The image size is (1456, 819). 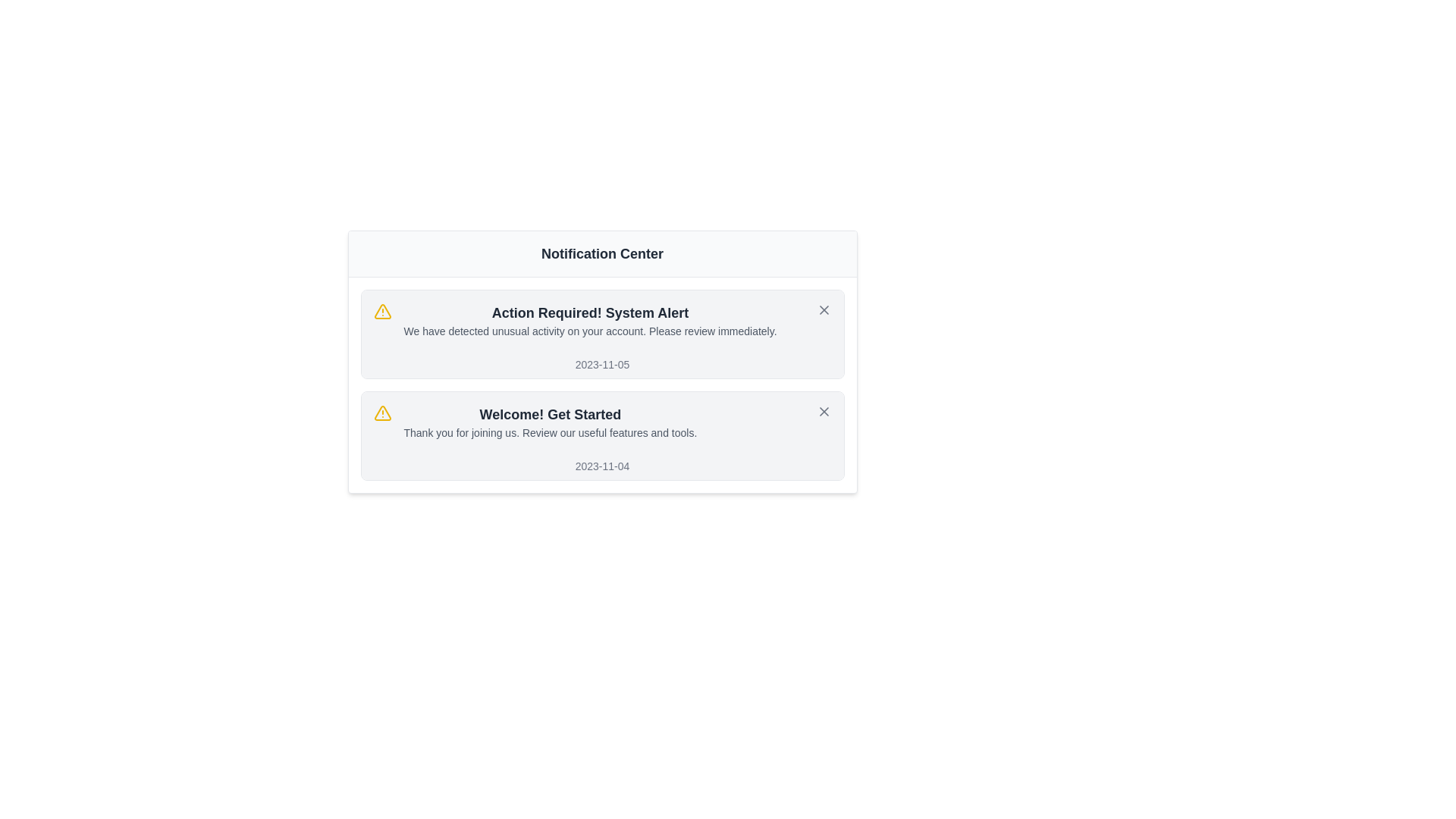 What do you see at coordinates (601, 465) in the screenshot?
I see `date information displayed in the text label located at the bottom of the 'Welcome! Get Started' notification in the Notification Center` at bounding box center [601, 465].